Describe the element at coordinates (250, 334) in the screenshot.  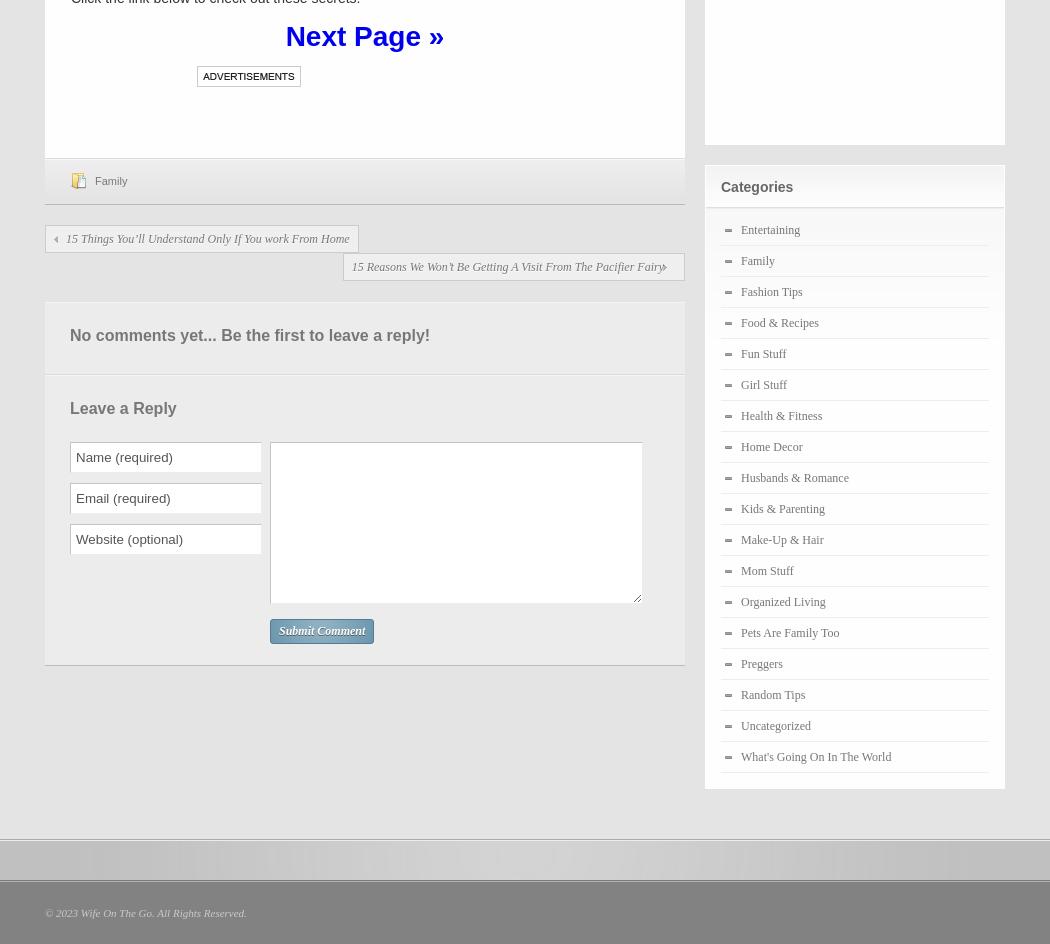
I see `'No comments yet... Be the first to leave a reply!'` at that location.